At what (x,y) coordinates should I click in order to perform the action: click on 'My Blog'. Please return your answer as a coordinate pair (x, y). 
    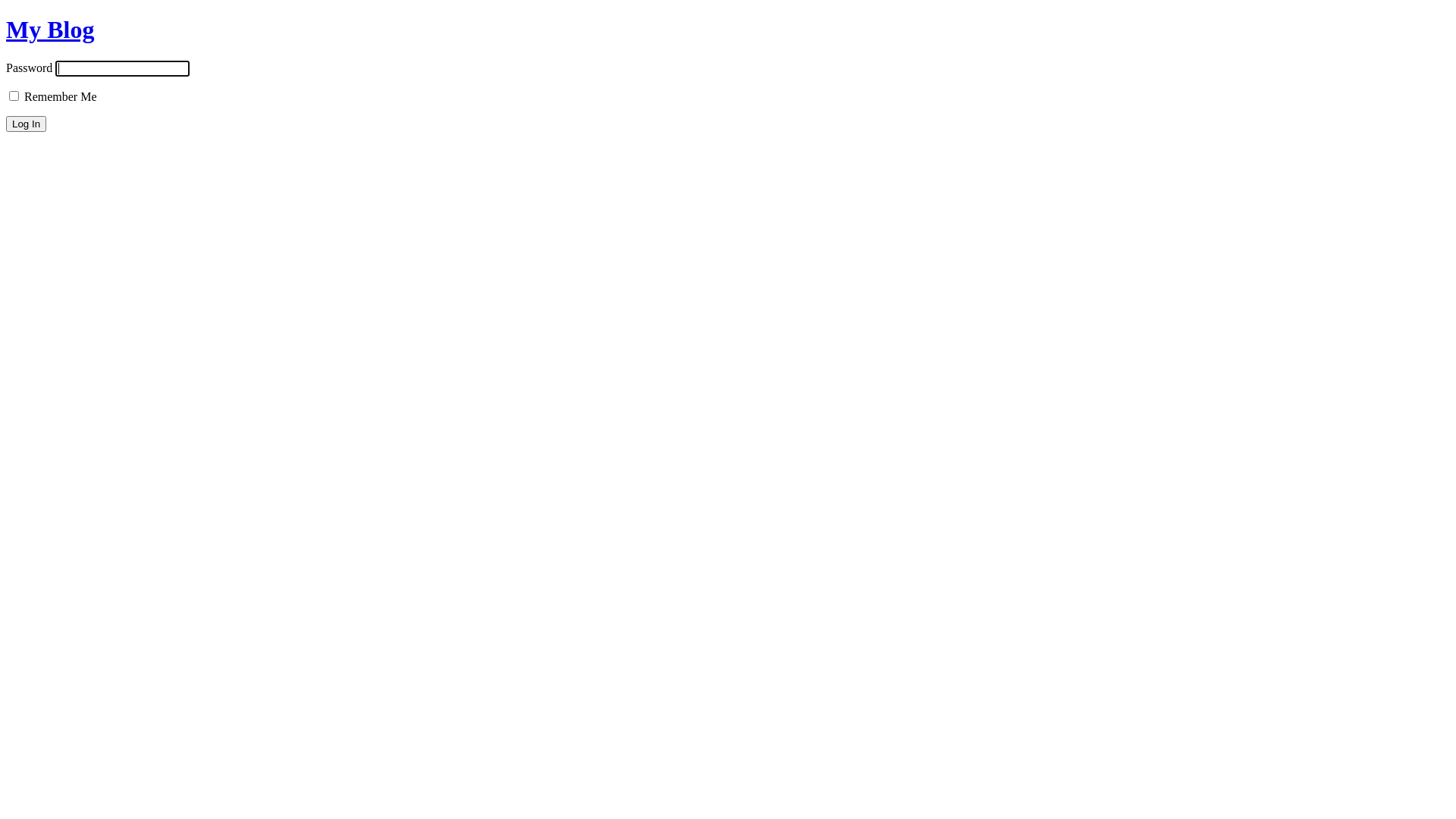
    Looking at the image, I should click on (50, 29).